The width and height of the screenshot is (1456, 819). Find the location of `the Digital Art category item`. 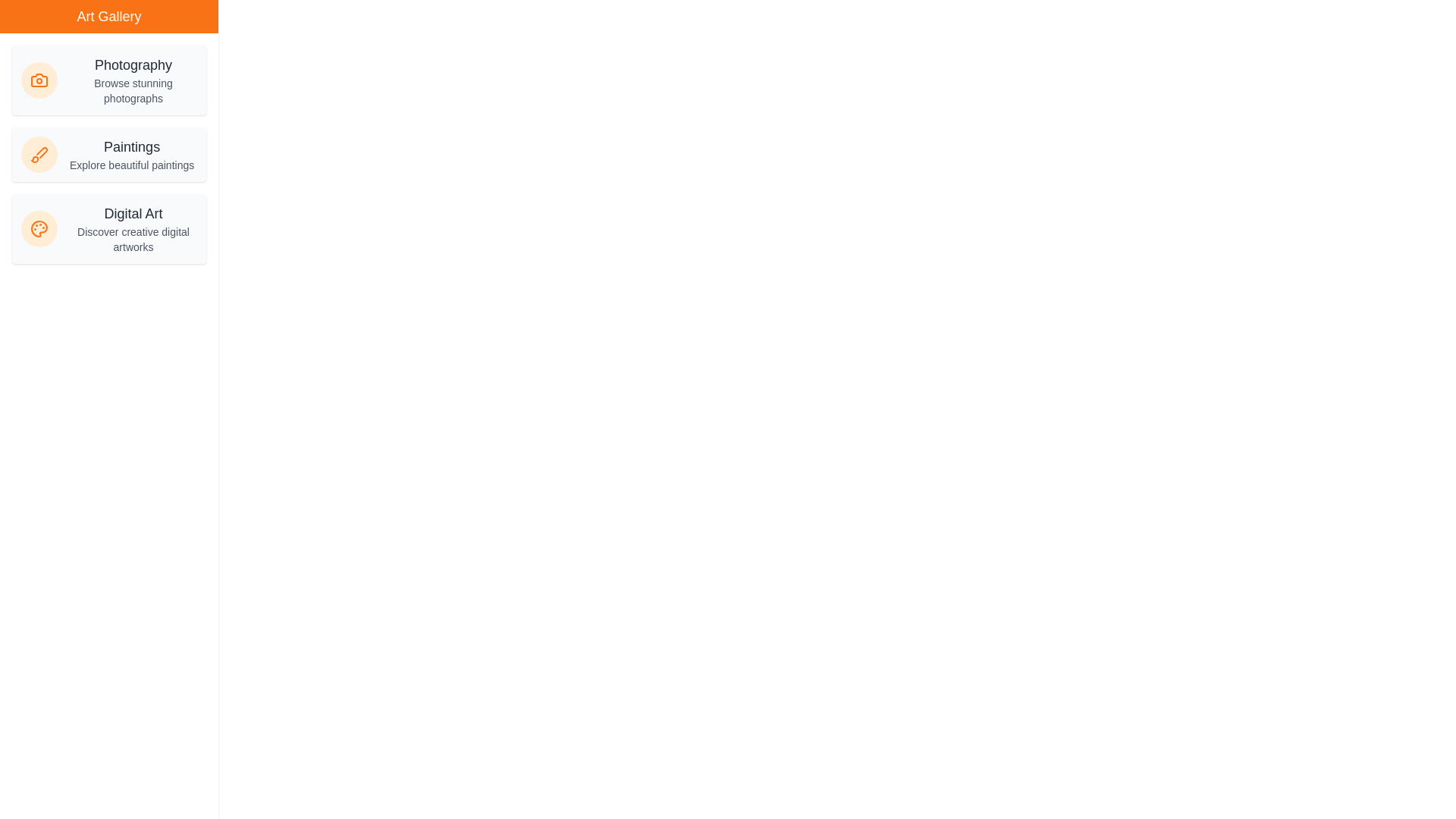

the Digital Art category item is located at coordinates (108, 228).